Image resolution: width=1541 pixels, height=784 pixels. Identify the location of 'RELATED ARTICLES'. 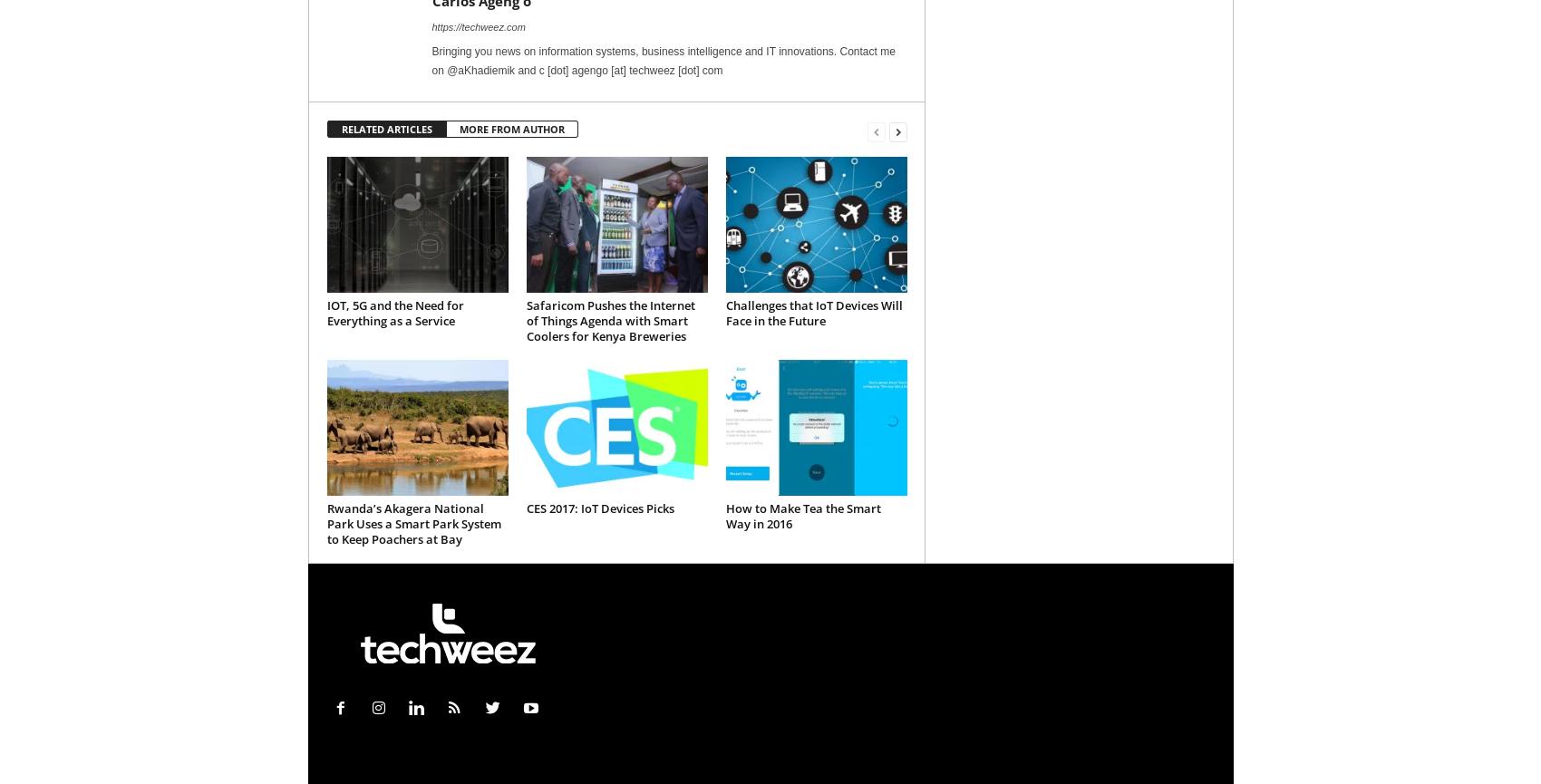
(340, 129).